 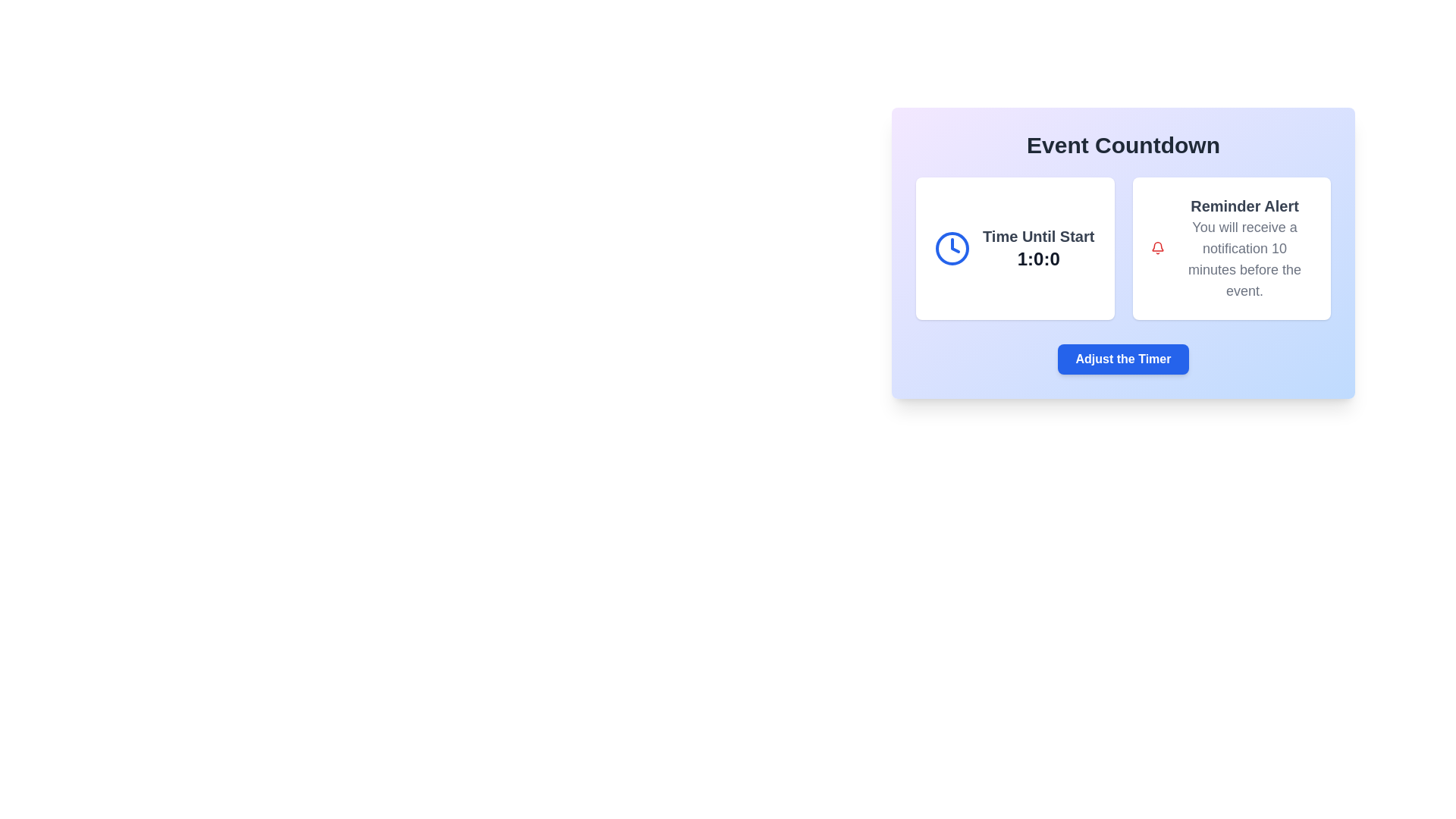 I want to click on value displayed in the 'Time Until Start' text display, which shows '1:0:0' in a prominent format, so click(x=1037, y=247).